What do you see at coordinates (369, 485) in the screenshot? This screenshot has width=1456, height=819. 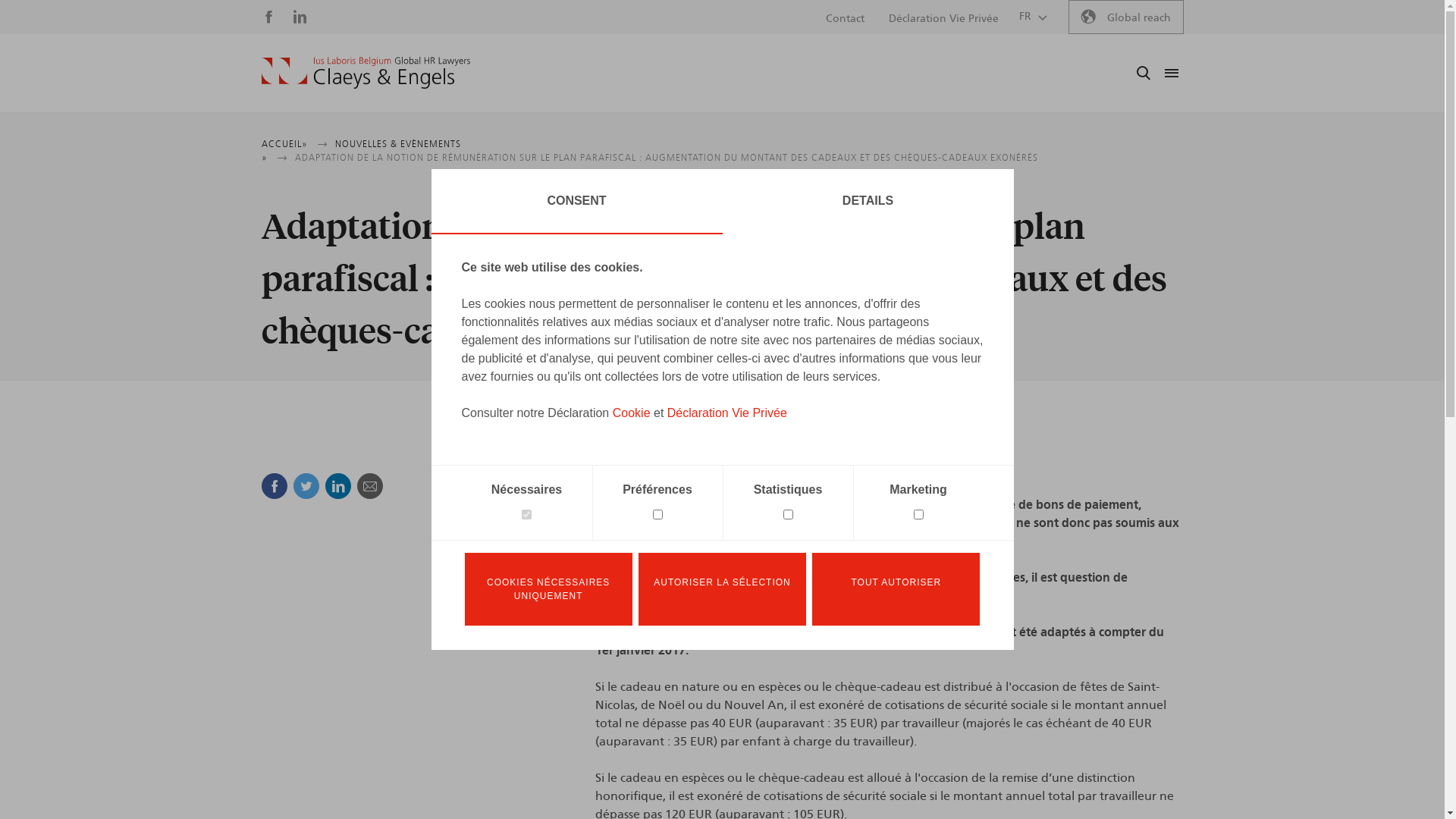 I see `'Courriel'` at bounding box center [369, 485].